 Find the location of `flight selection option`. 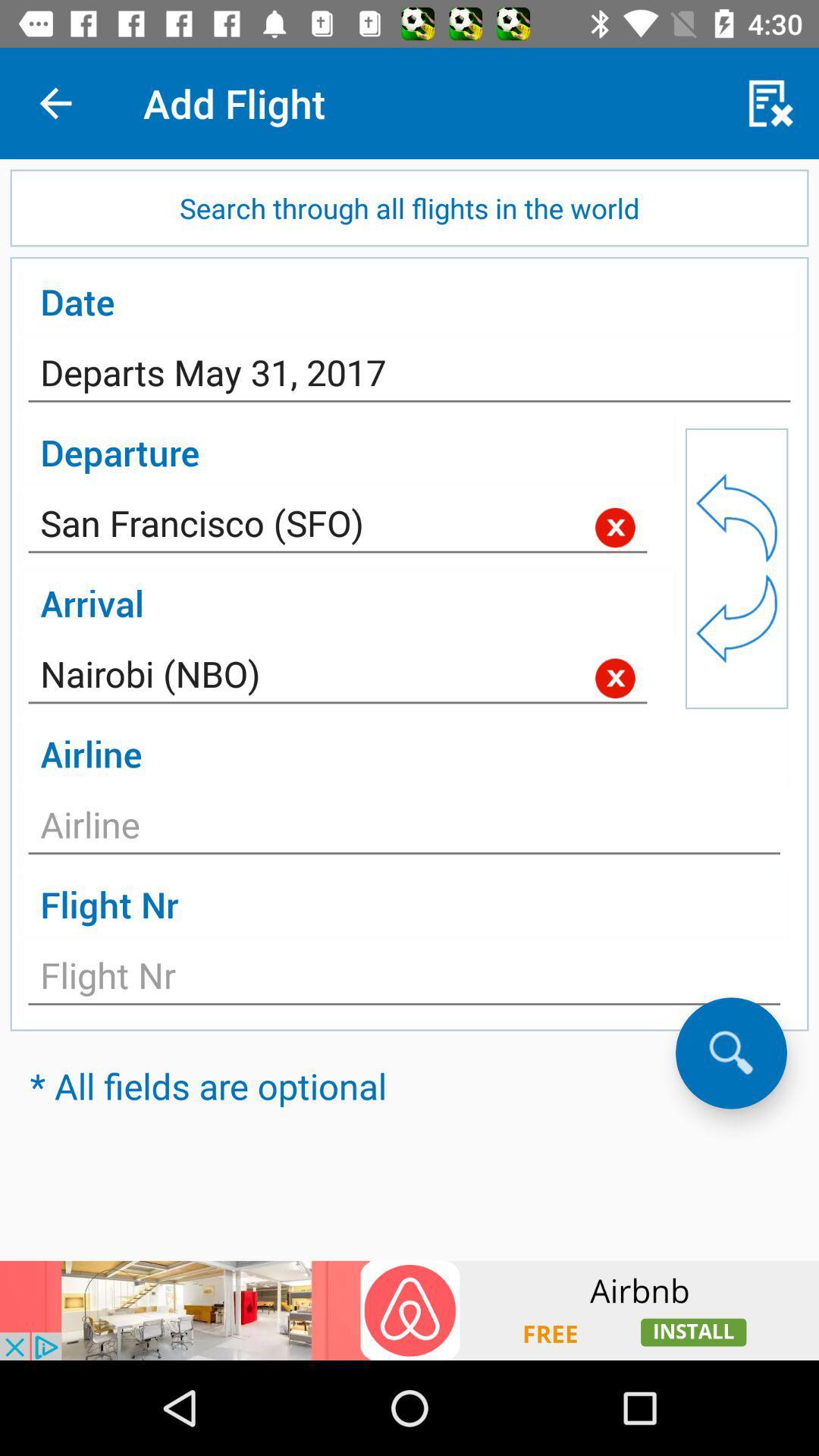

flight selection option is located at coordinates (403, 980).